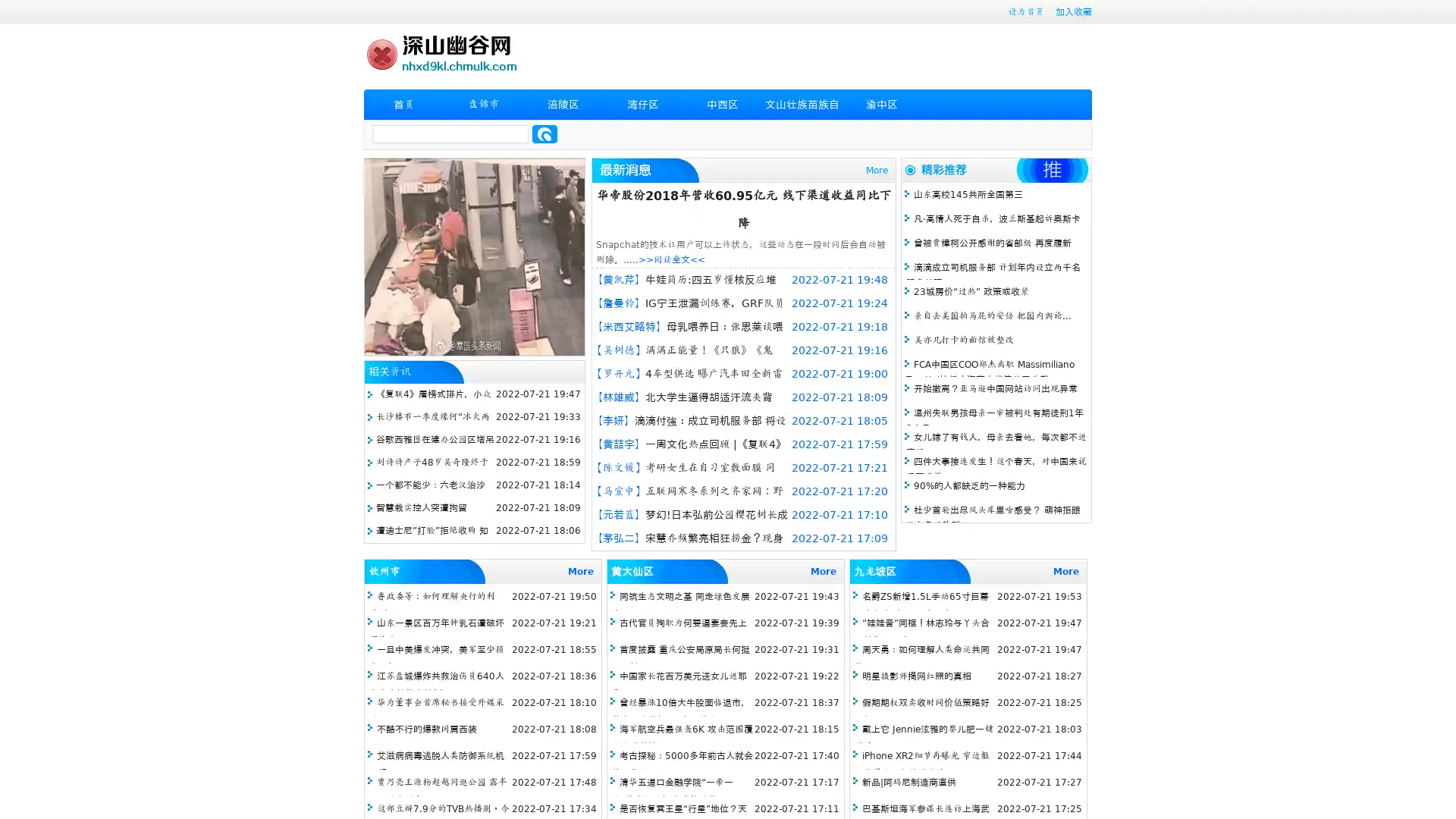  Describe the element at coordinates (544, 133) in the screenshot. I see `Search` at that location.